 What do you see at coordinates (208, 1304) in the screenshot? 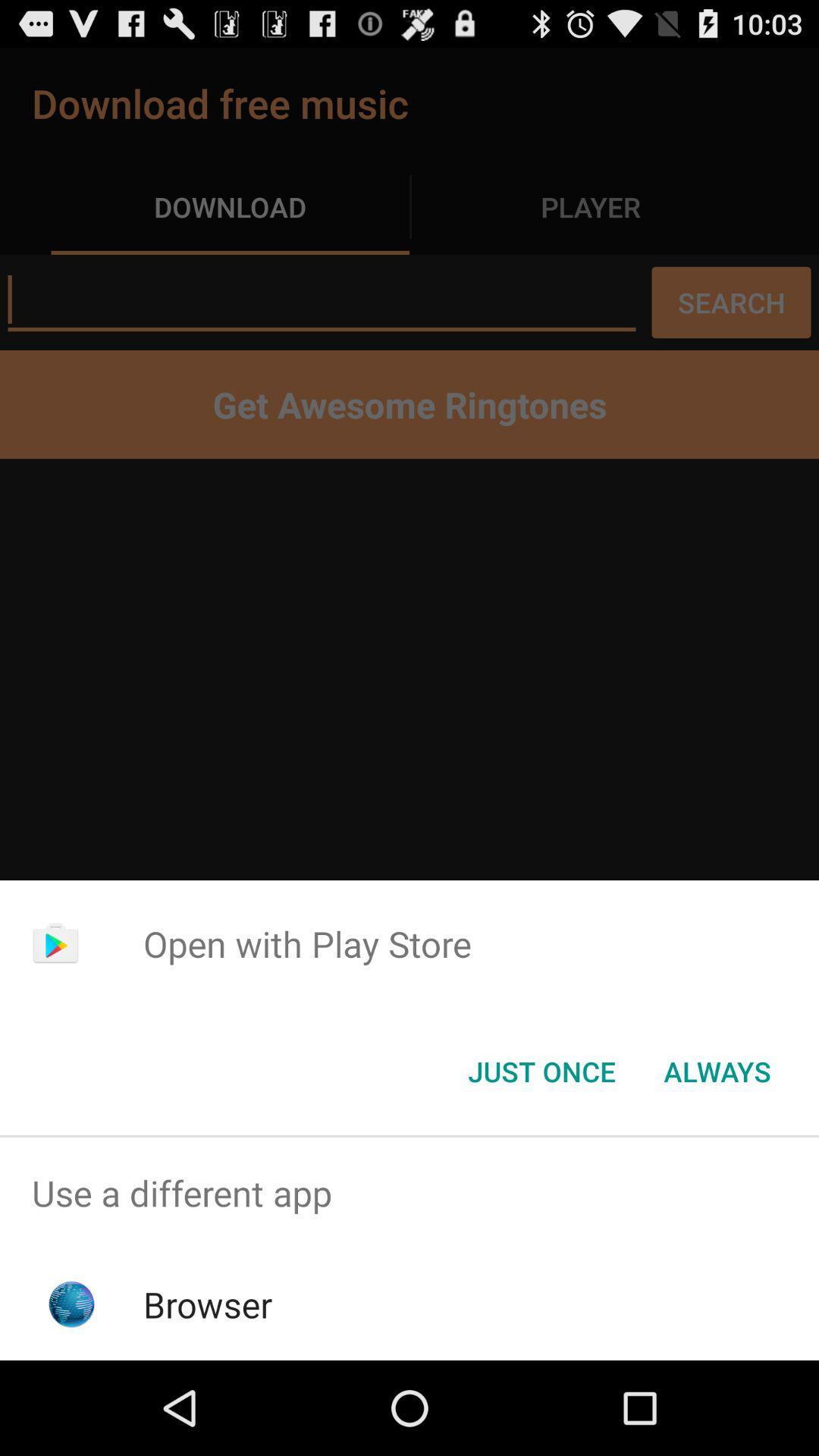
I see `the item below use a different icon` at bounding box center [208, 1304].